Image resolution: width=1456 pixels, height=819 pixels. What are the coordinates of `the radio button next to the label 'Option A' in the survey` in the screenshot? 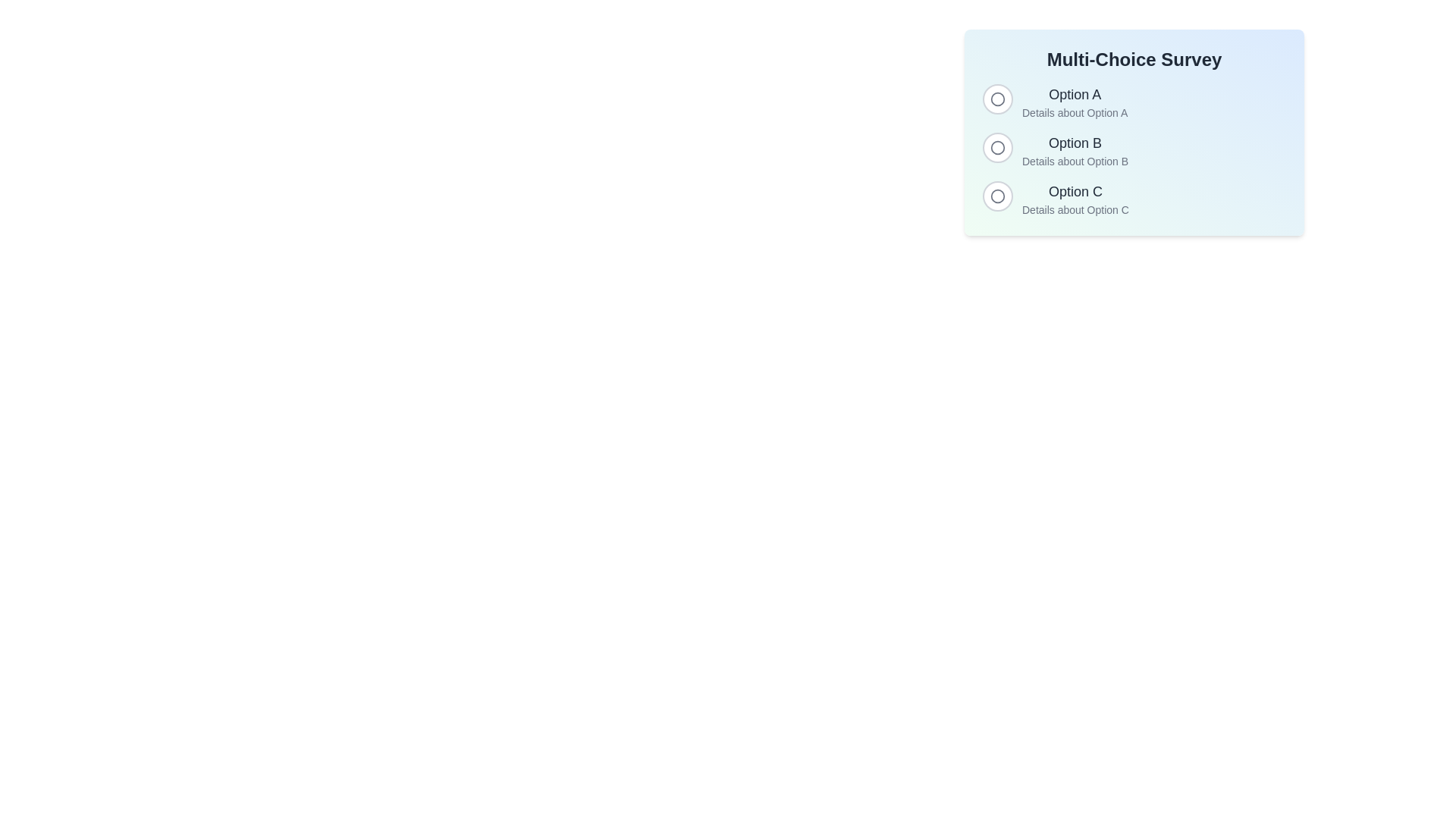 It's located at (997, 99).